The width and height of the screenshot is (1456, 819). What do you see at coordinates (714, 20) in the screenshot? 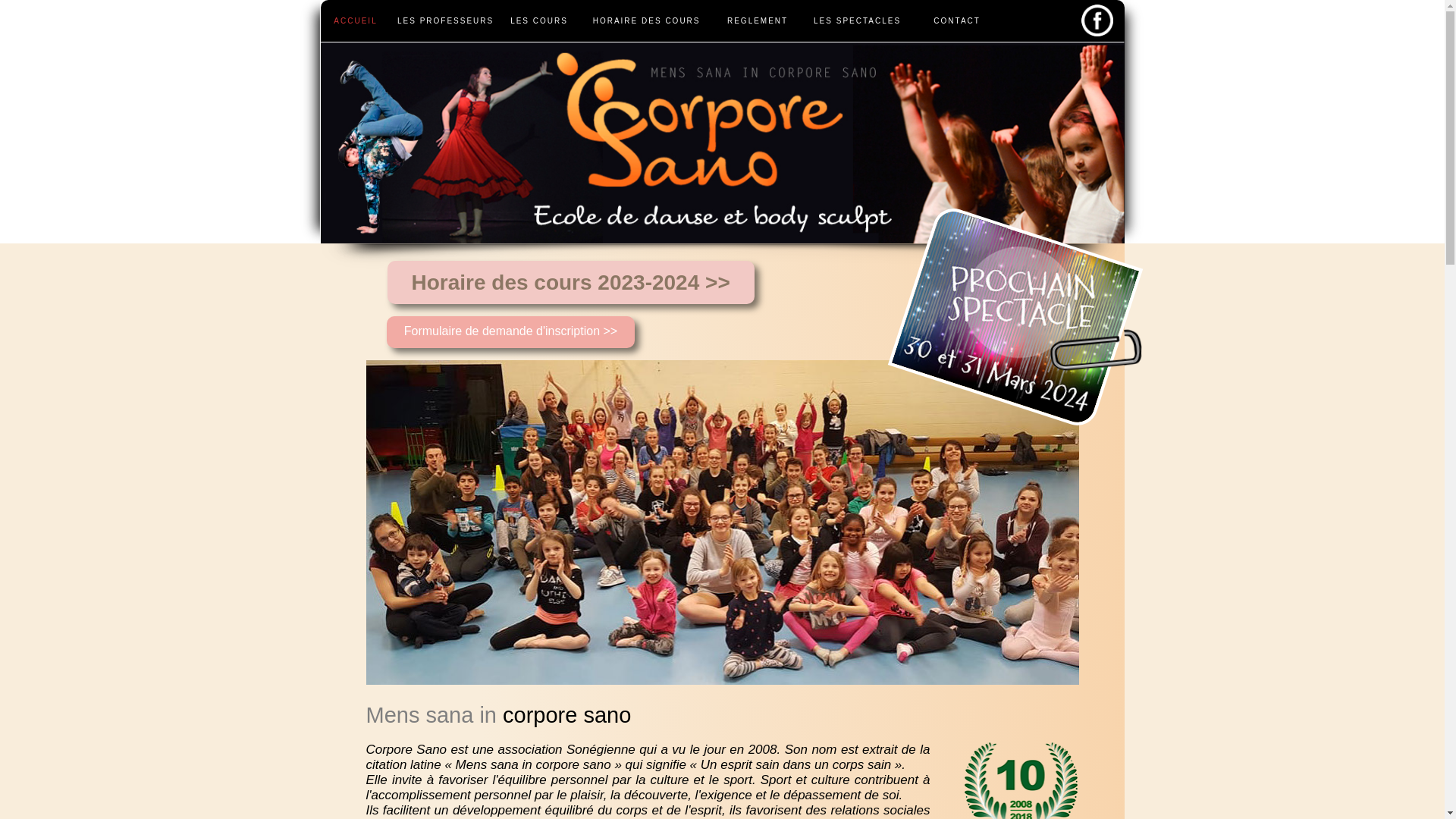
I see `'REGLEMENT'` at bounding box center [714, 20].